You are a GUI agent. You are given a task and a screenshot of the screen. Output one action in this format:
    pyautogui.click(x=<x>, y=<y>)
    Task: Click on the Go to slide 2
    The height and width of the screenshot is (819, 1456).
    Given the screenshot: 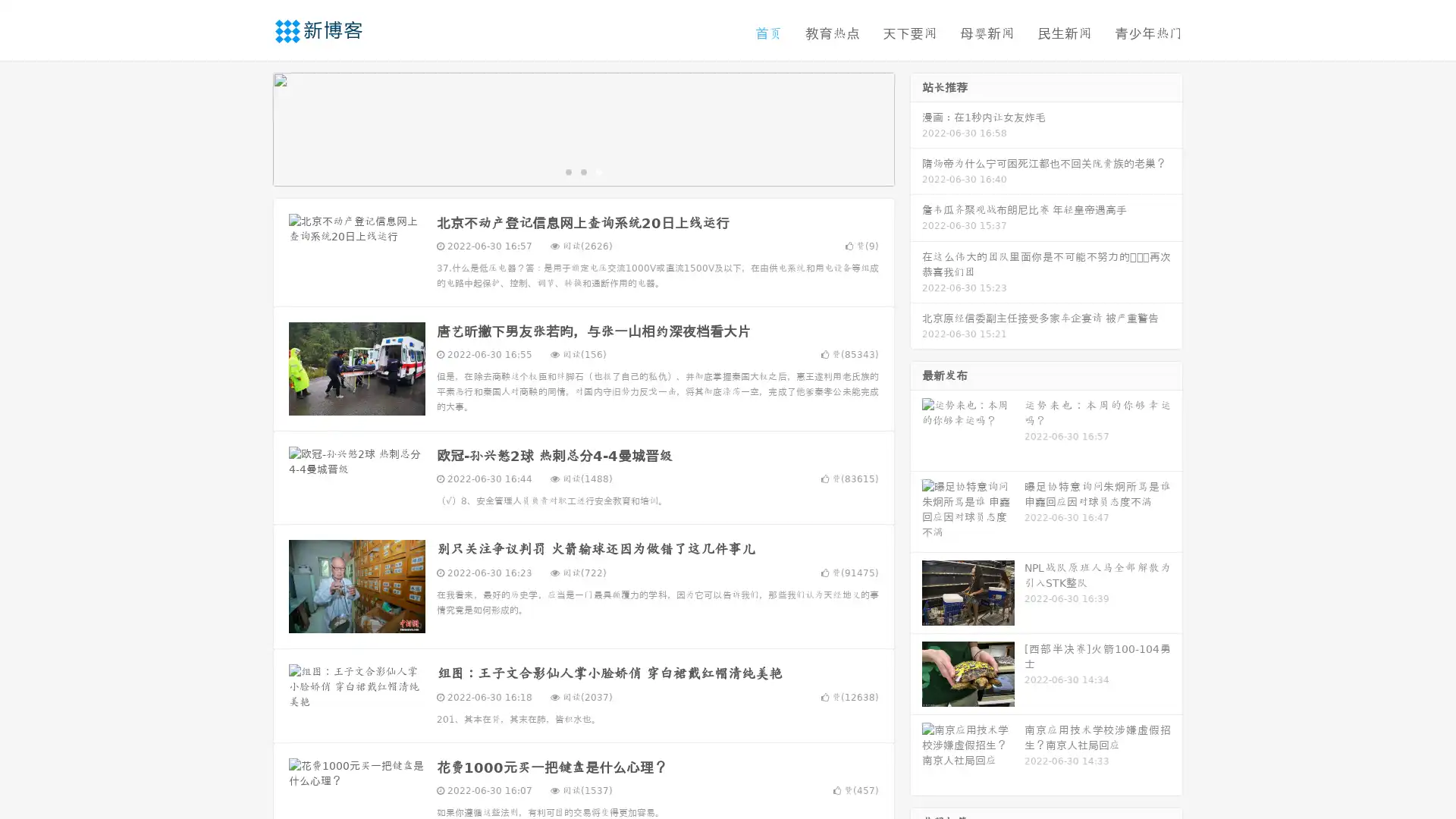 What is the action you would take?
    pyautogui.click(x=582, y=171)
    